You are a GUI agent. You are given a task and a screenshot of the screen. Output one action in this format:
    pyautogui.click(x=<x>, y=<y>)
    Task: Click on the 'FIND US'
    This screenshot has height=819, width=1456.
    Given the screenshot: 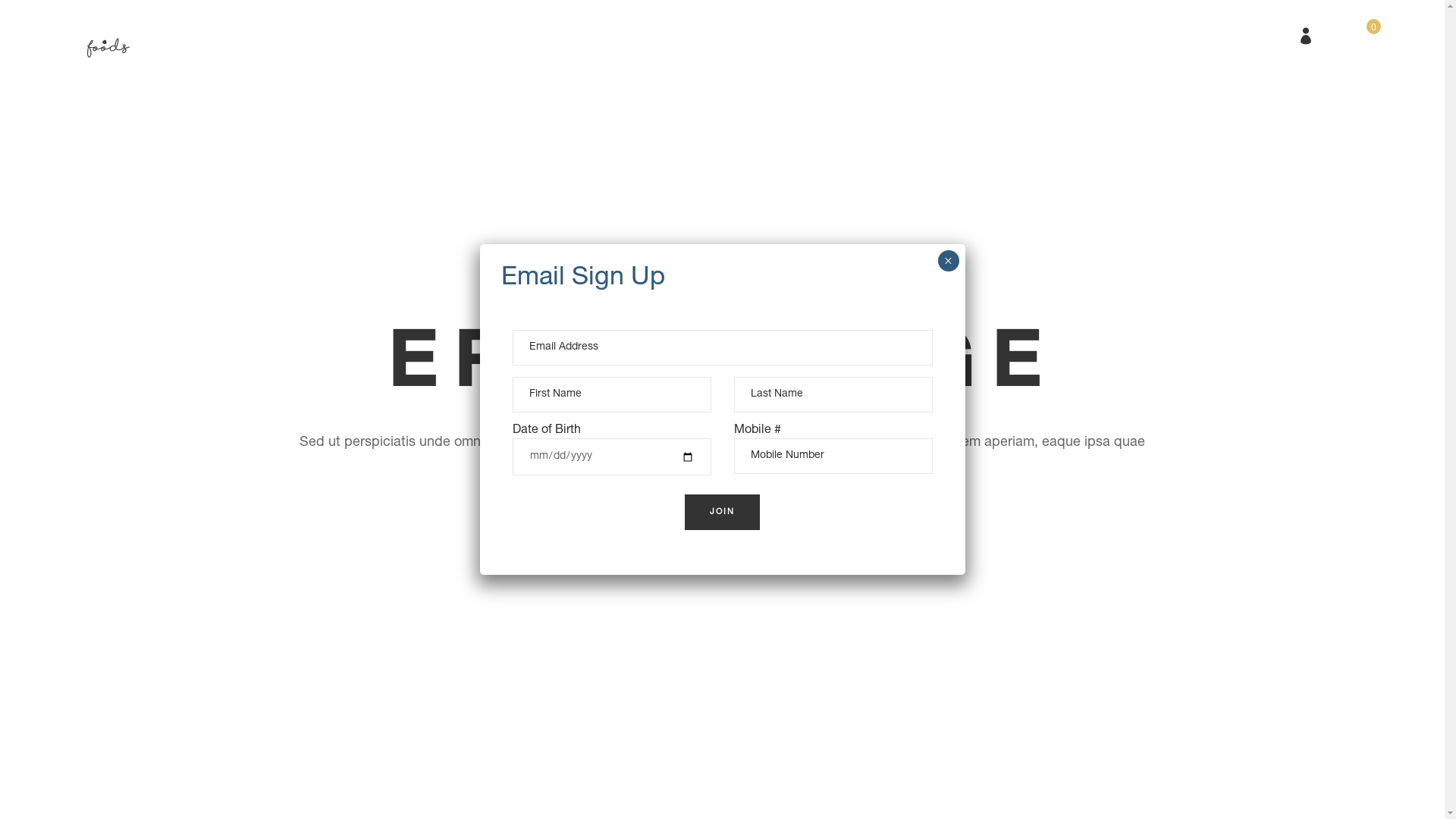 What is the action you would take?
    pyautogui.click(x=957, y=34)
    